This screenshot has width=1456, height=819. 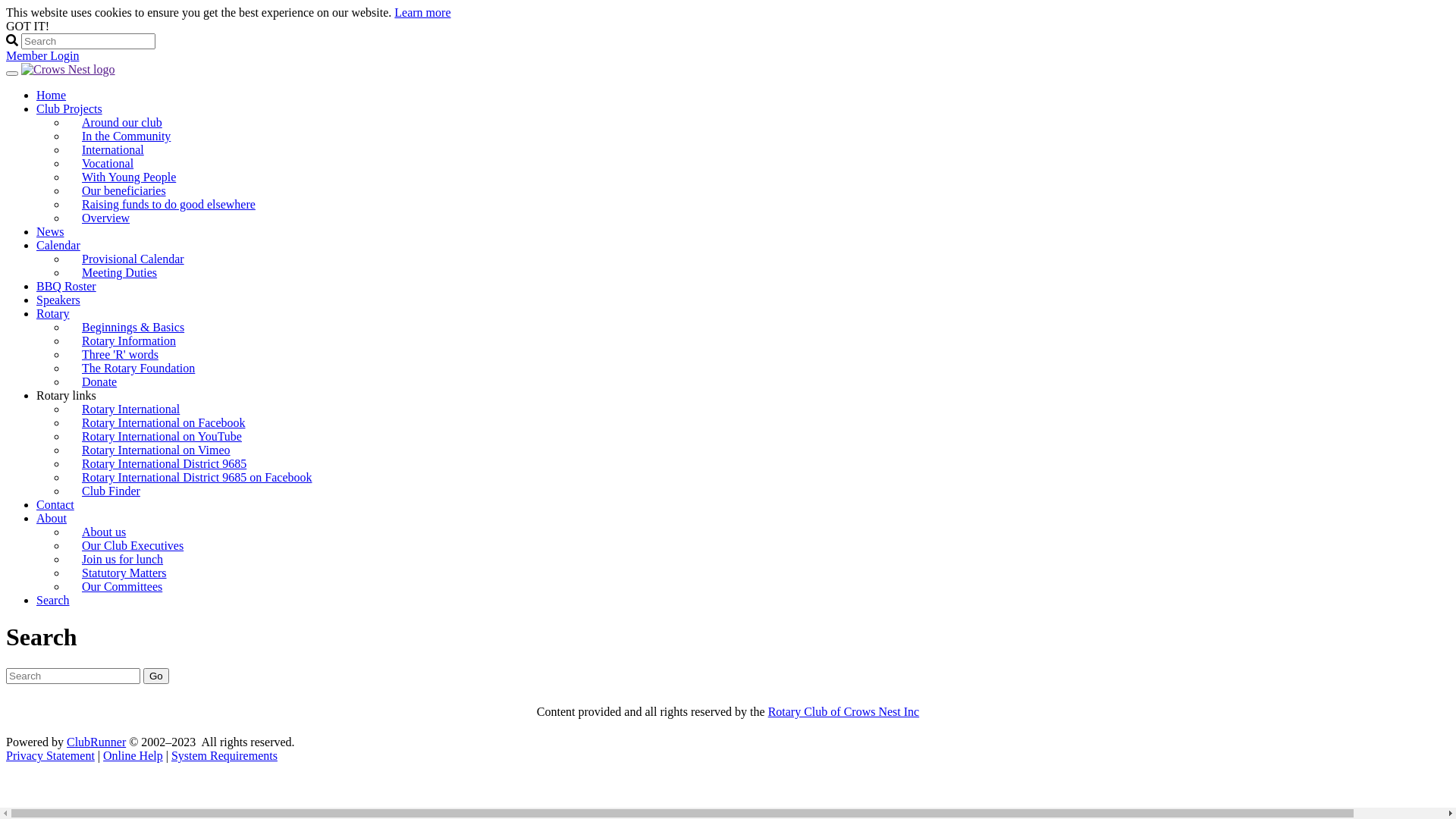 What do you see at coordinates (11, 73) in the screenshot?
I see `'Toggle navigation'` at bounding box center [11, 73].